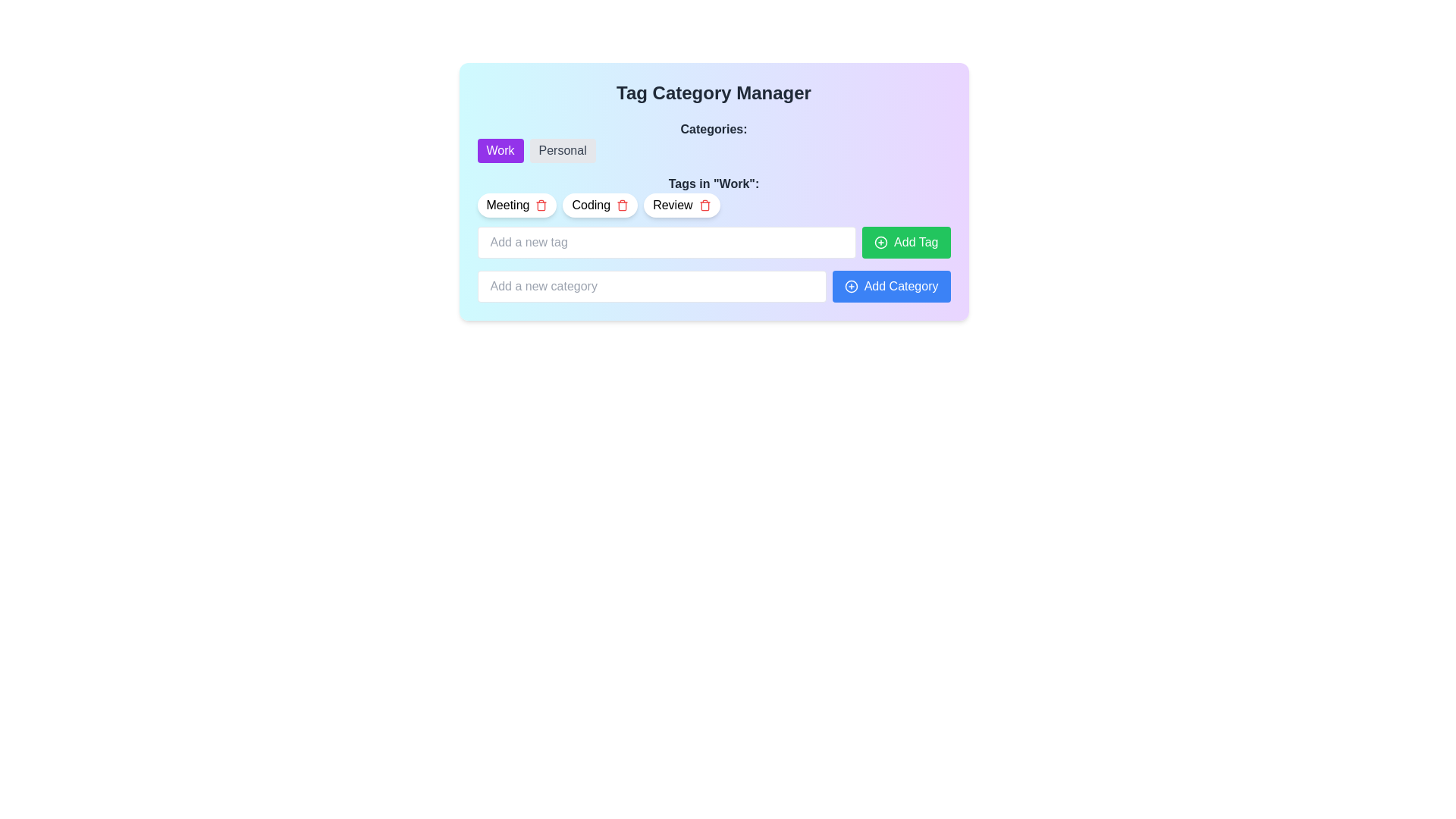 The height and width of the screenshot is (819, 1456). What do you see at coordinates (851, 287) in the screenshot?
I see `the add icon represented by a circular boundary with a plus symbol inside, located within the 'Add Category' button at the bottom right of the interface` at bounding box center [851, 287].